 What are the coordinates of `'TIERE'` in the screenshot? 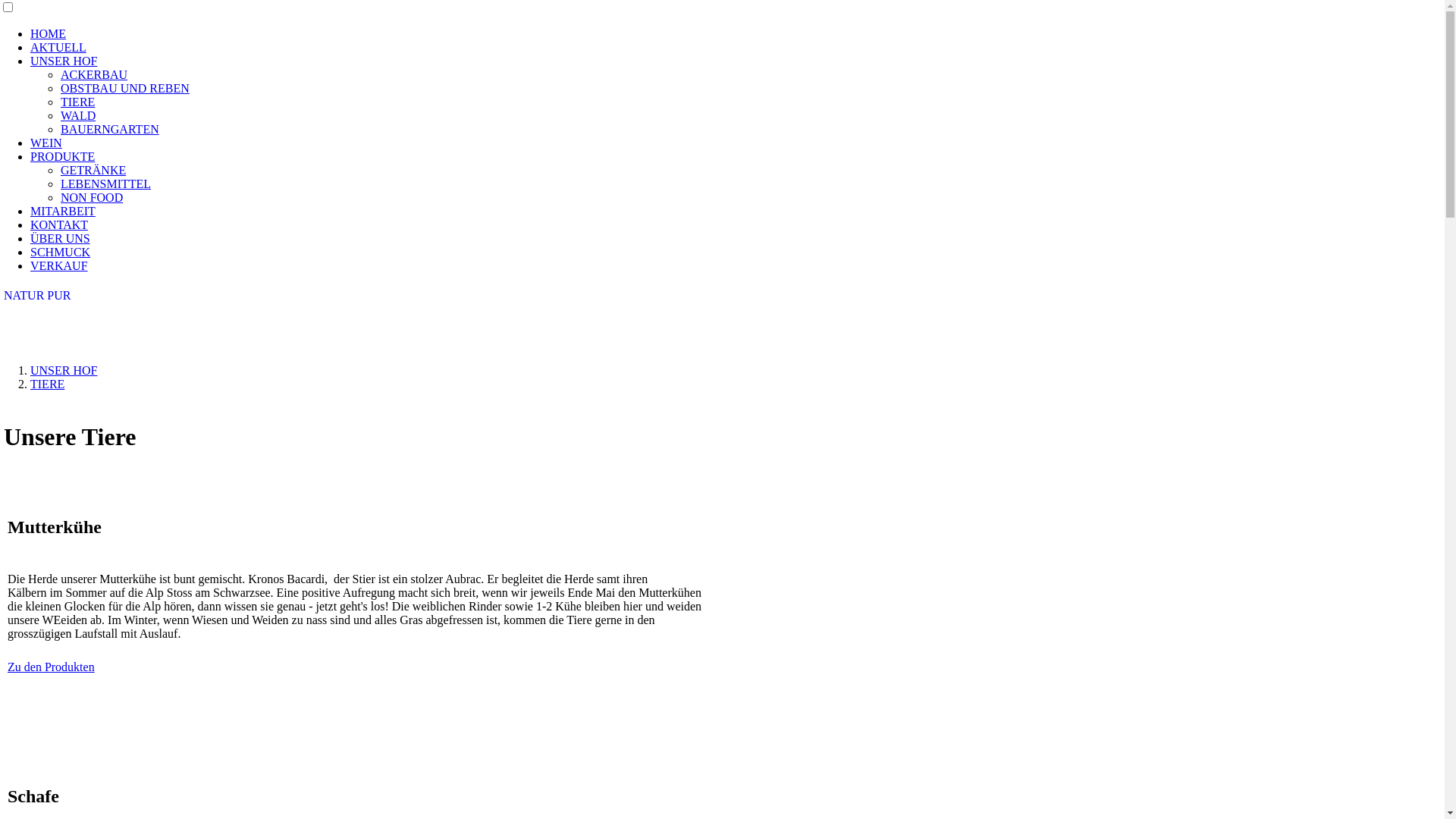 It's located at (77, 102).